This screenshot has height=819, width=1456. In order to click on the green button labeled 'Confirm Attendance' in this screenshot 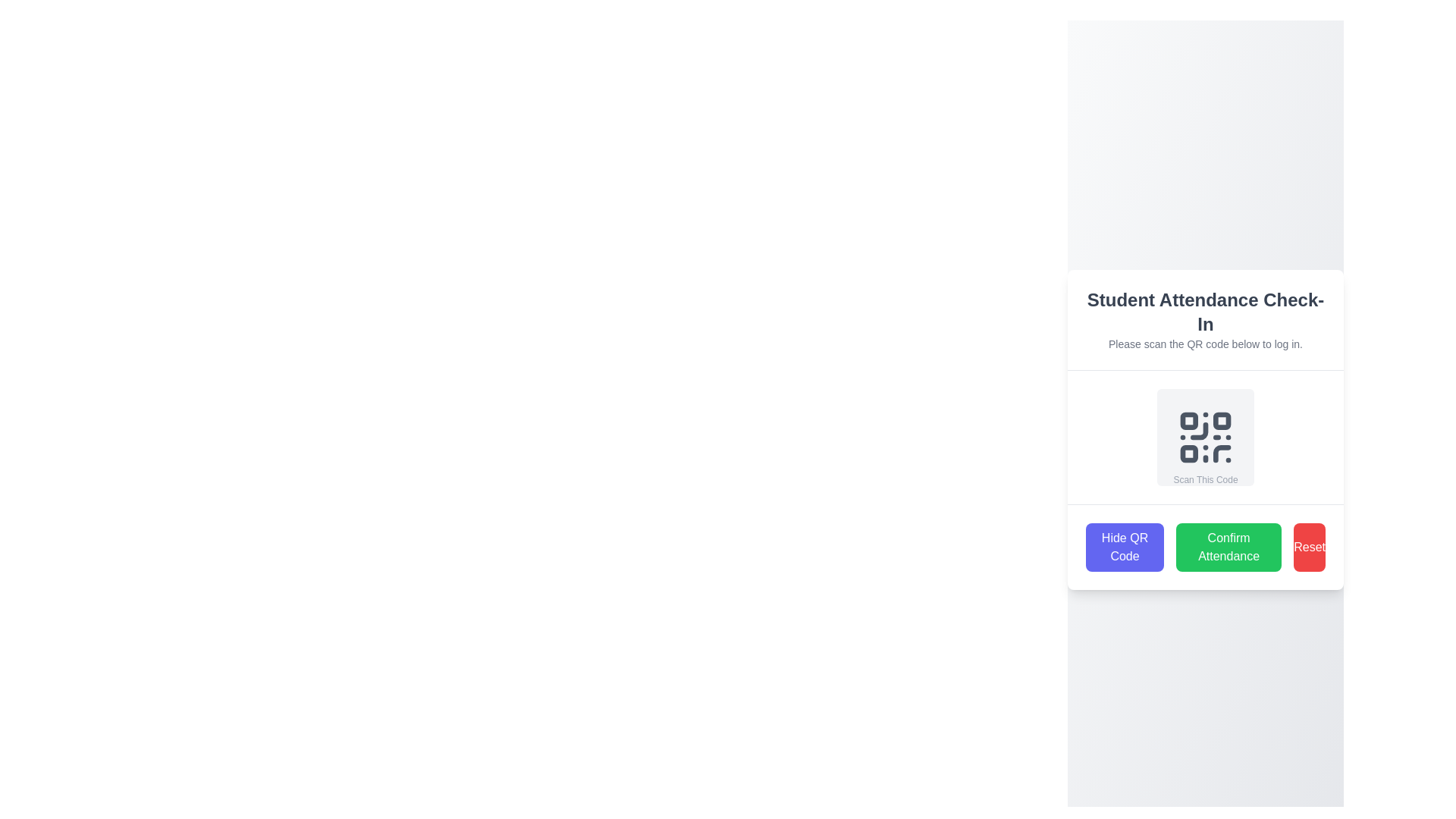, I will do `click(1228, 547)`.